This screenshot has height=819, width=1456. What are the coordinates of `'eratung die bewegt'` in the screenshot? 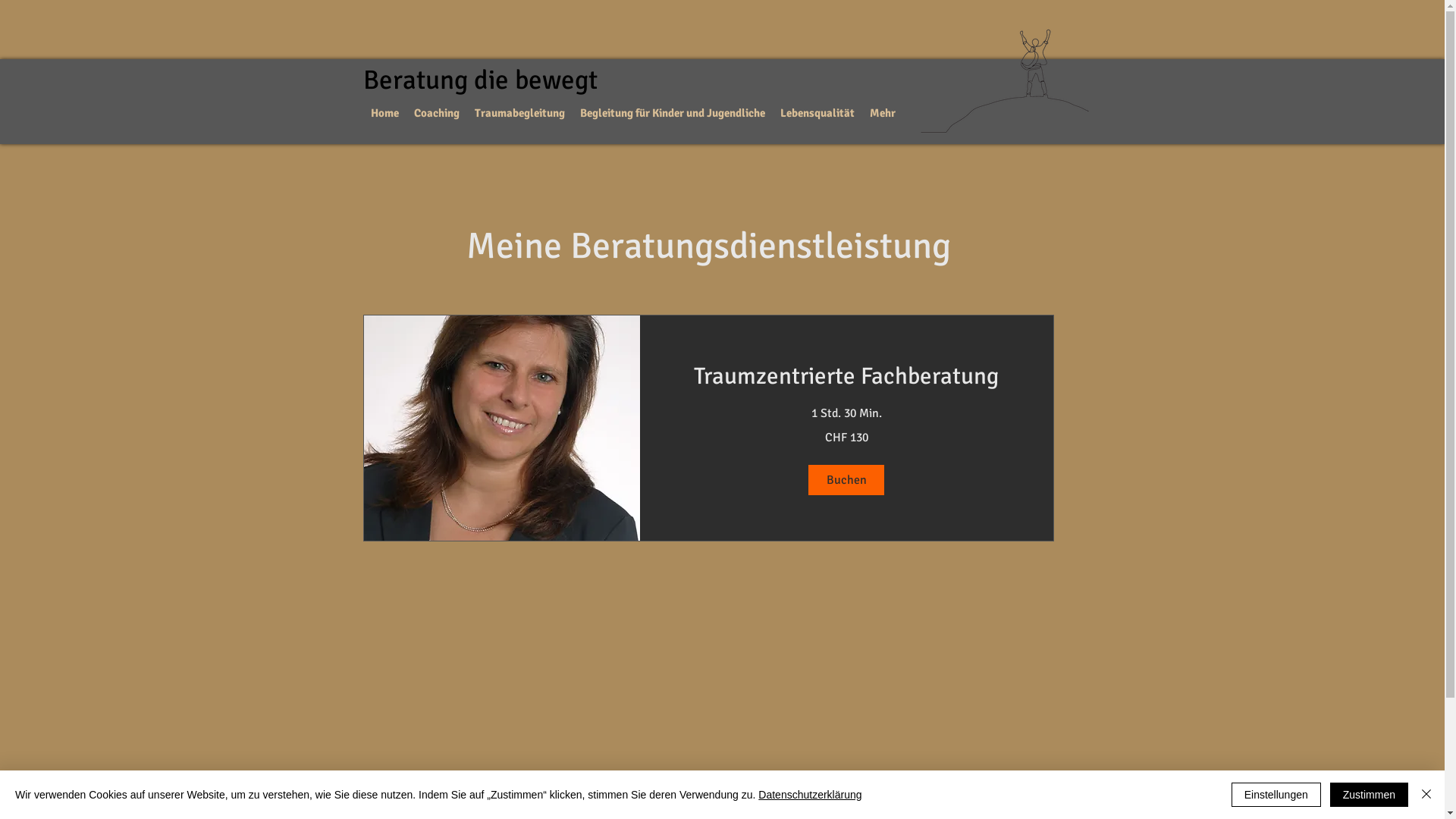 It's located at (488, 80).